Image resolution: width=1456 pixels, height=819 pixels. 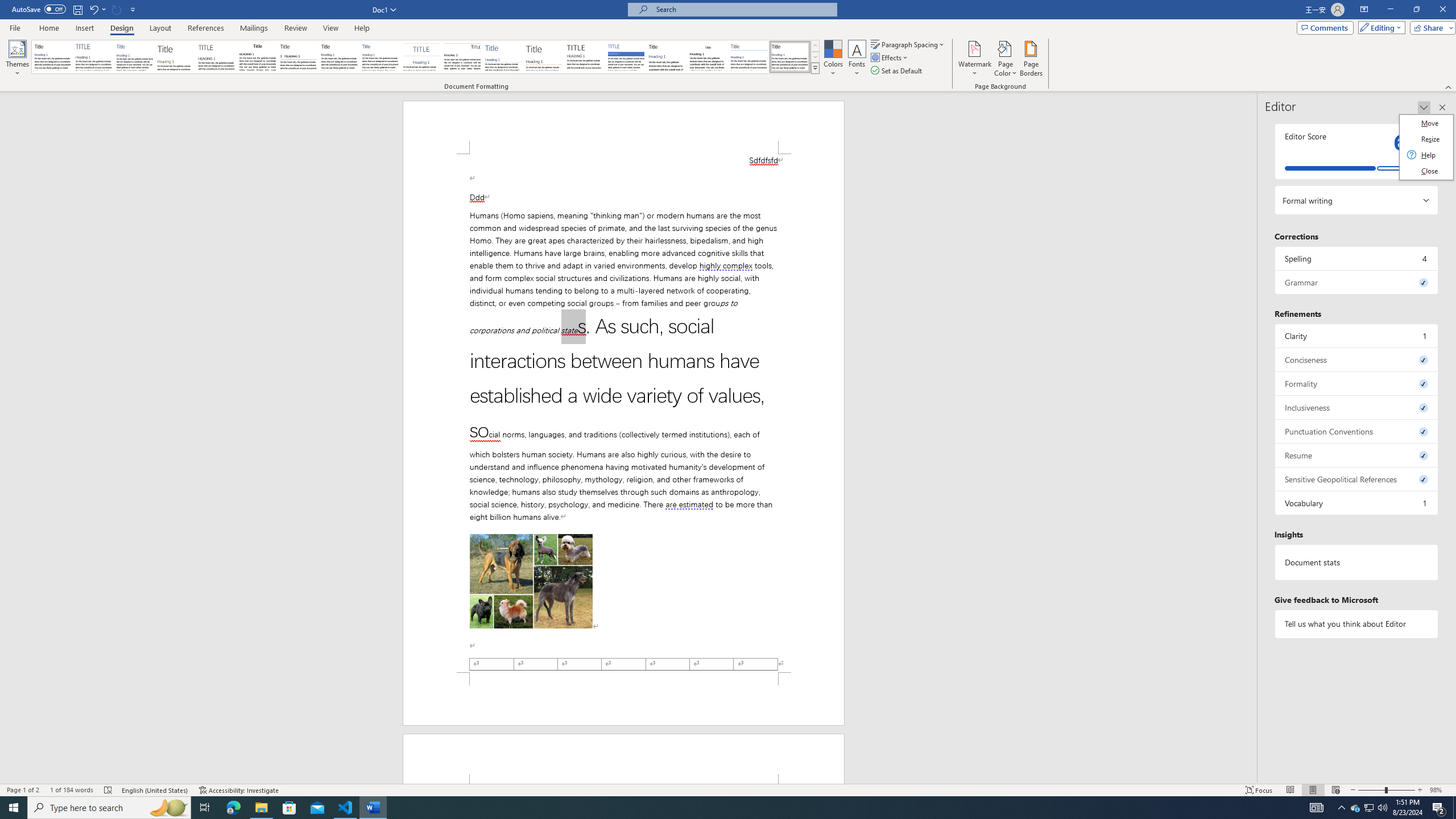 What do you see at coordinates (832, 59) in the screenshot?
I see `'Colors'` at bounding box center [832, 59].